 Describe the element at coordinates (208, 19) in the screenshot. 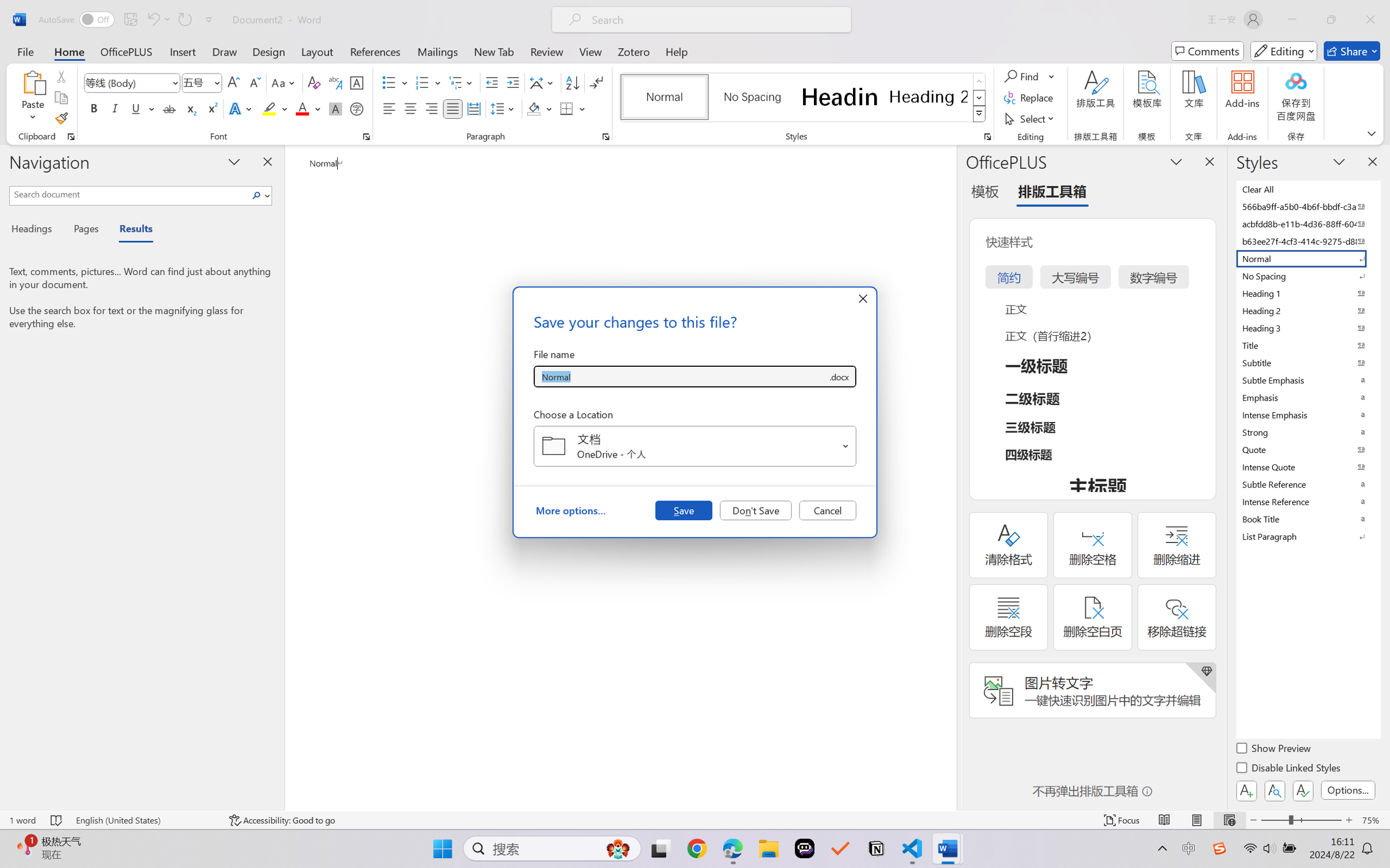

I see `'Customize Quick Access Toolbar'` at that location.